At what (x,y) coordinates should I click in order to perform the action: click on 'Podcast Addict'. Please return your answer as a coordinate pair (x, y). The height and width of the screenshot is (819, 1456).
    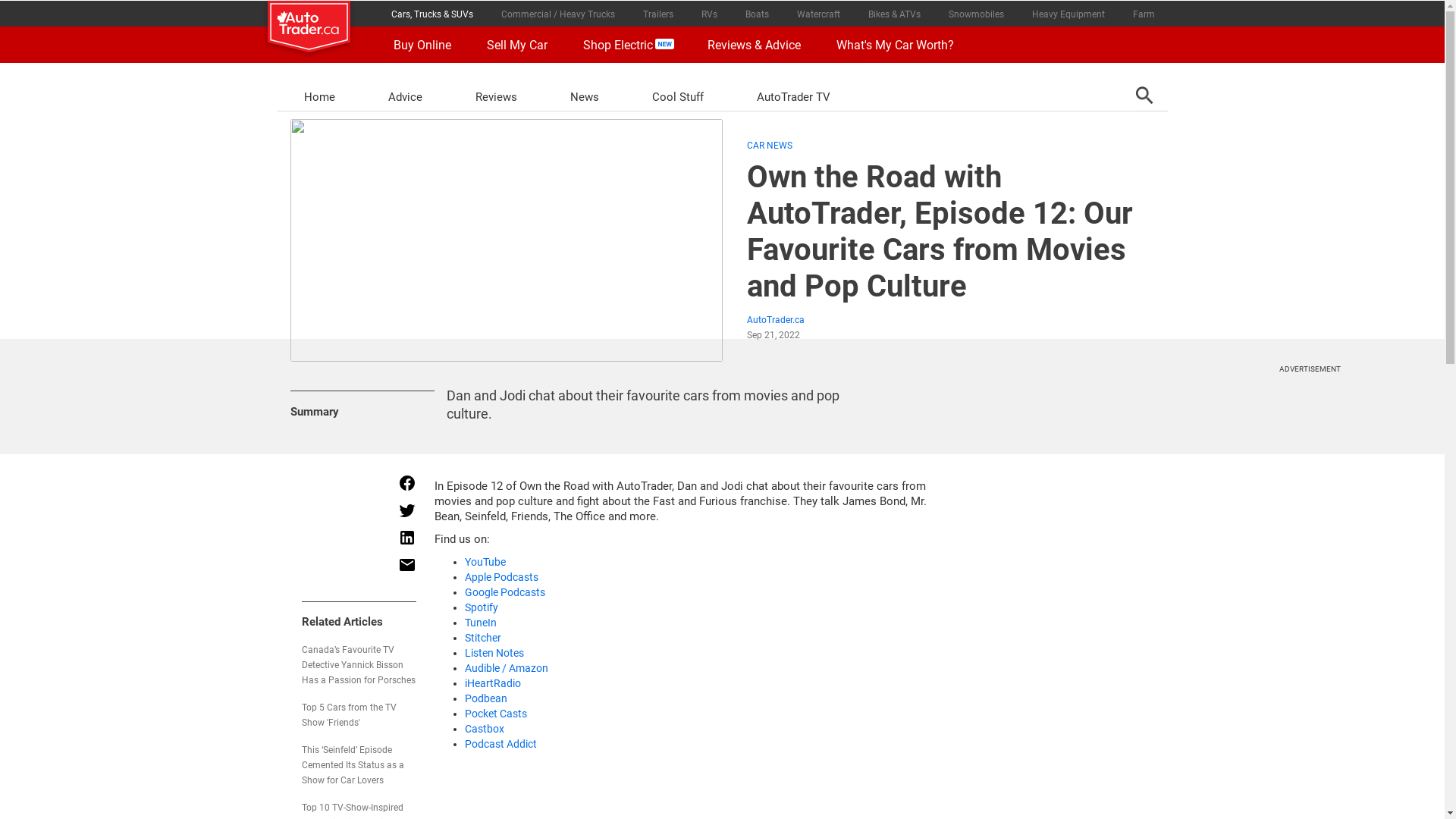
    Looking at the image, I should click on (463, 742).